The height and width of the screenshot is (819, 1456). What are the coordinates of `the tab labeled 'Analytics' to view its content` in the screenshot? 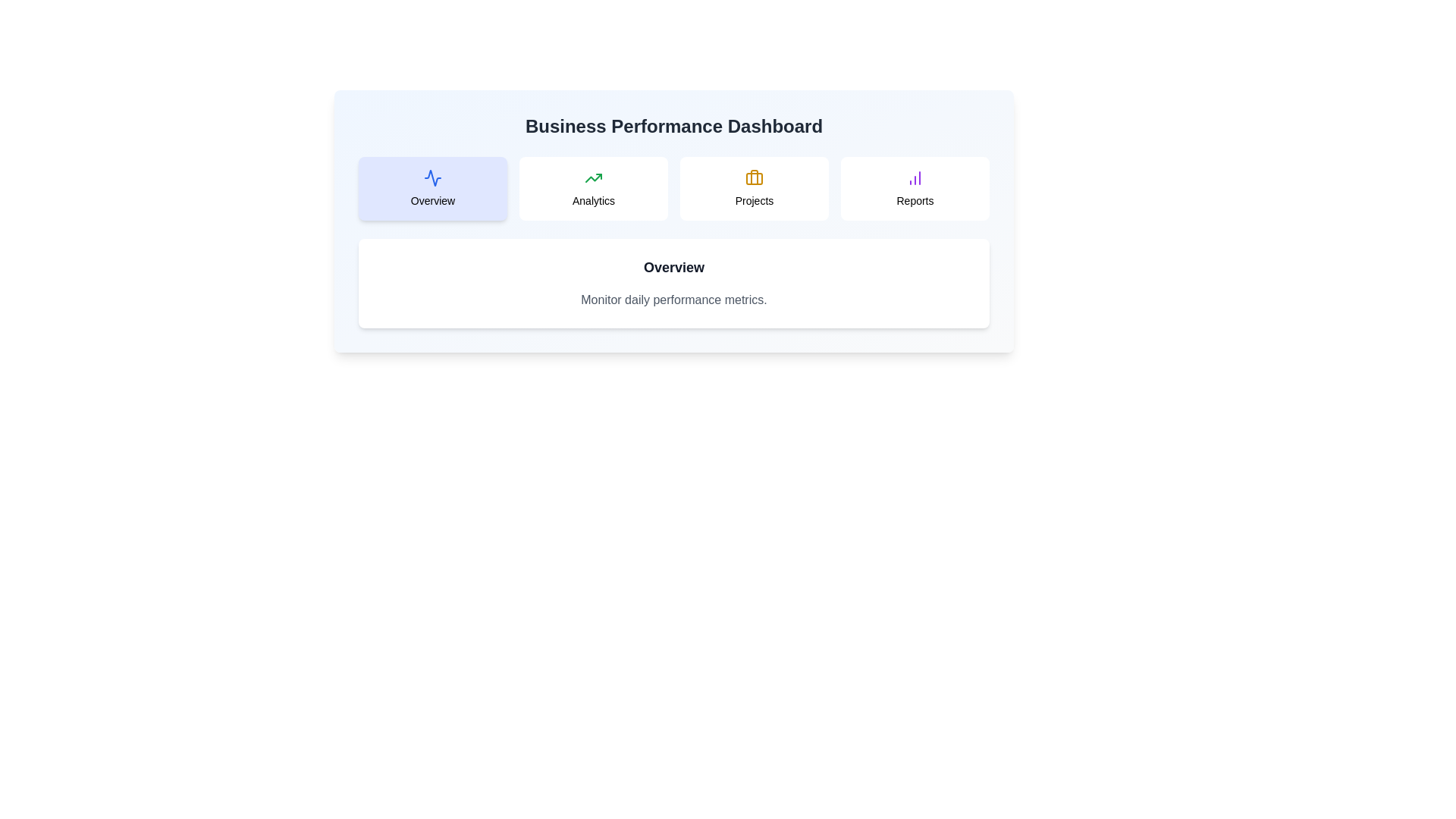 It's located at (592, 188).